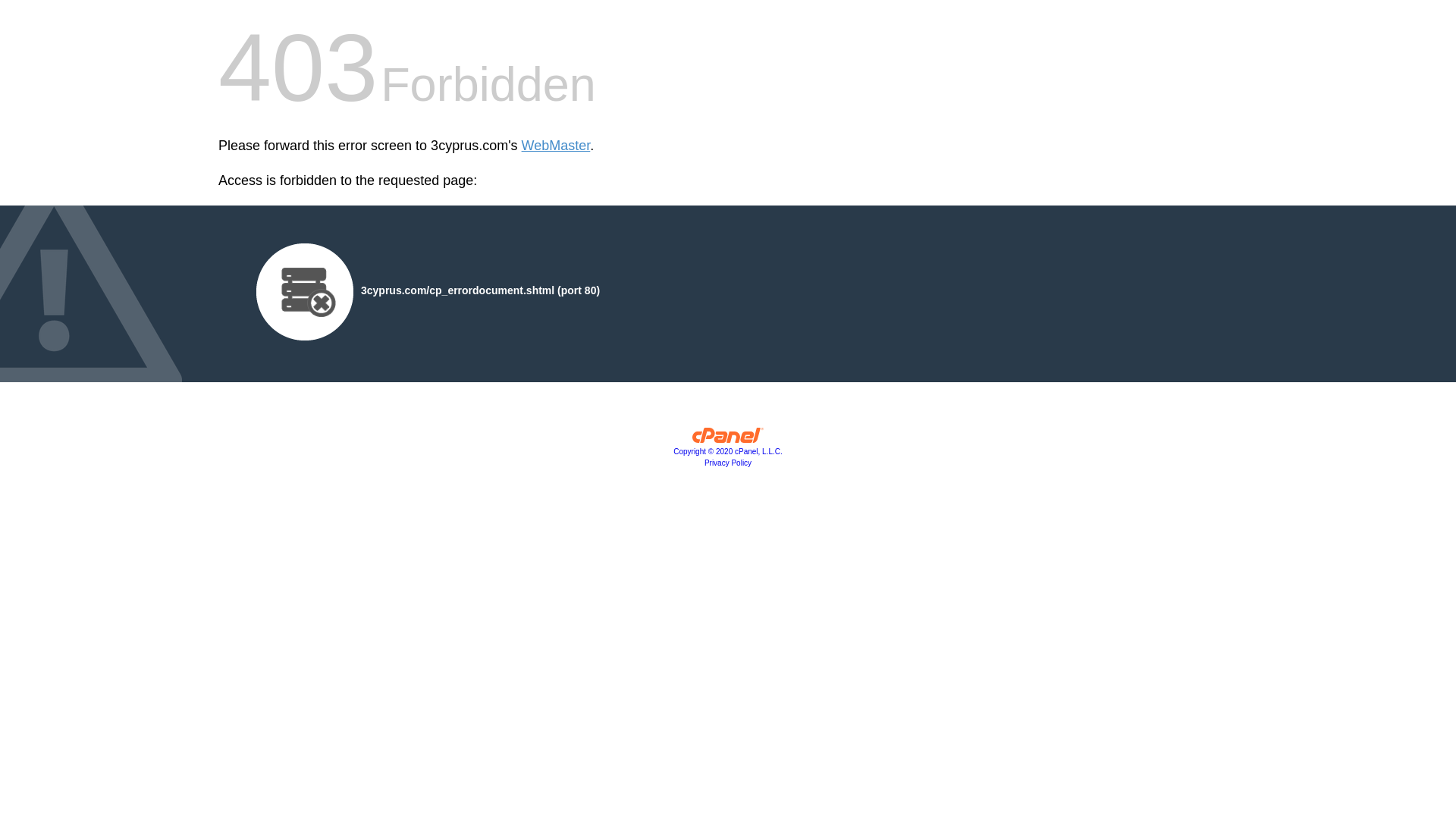 Image resolution: width=1456 pixels, height=819 pixels. Describe the element at coordinates (555, 146) in the screenshot. I see `'WebMaster'` at that location.